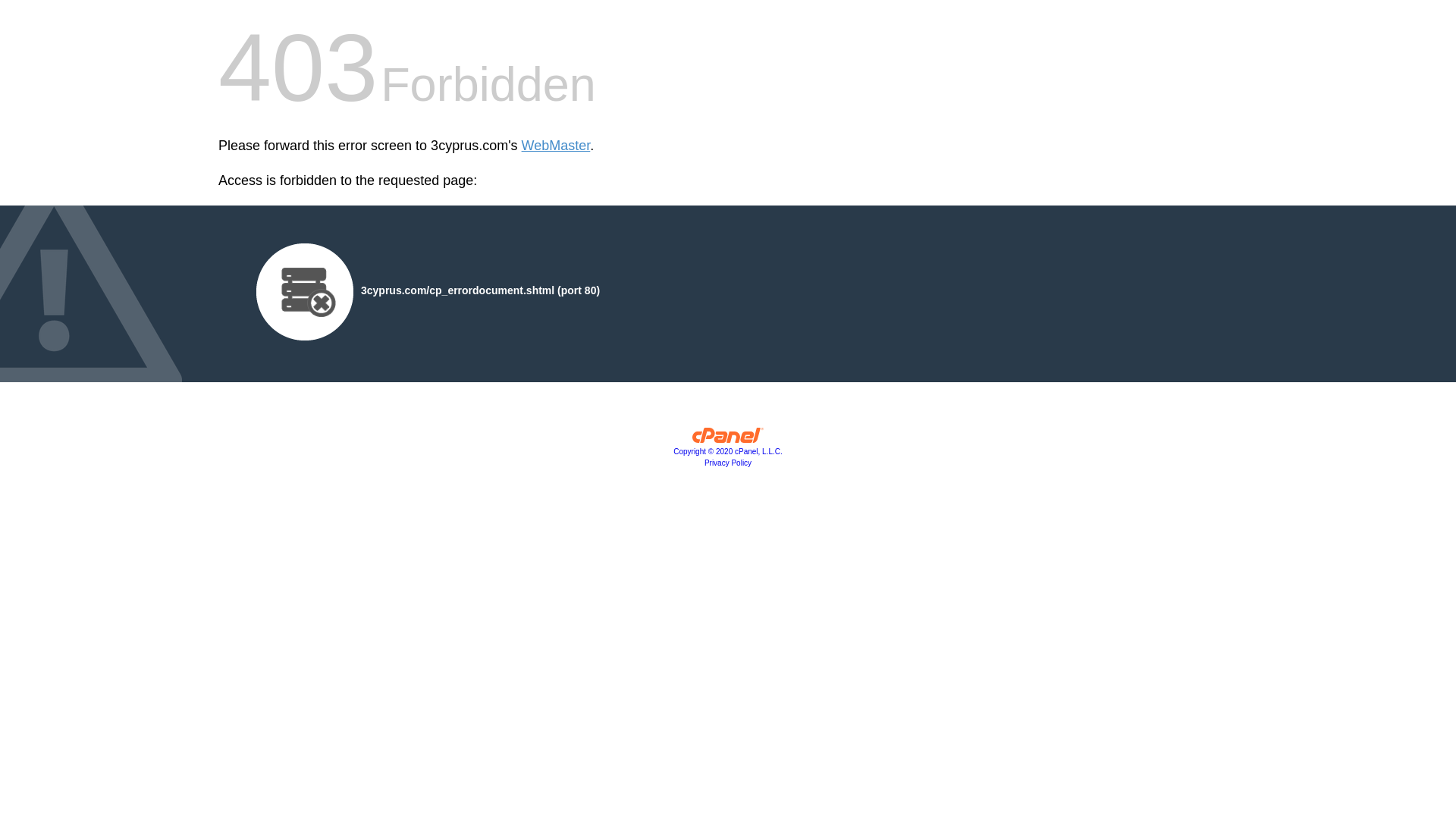 Image resolution: width=1456 pixels, height=819 pixels. Describe the element at coordinates (555, 146) in the screenshot. I see `'WebMaster'` at that location.